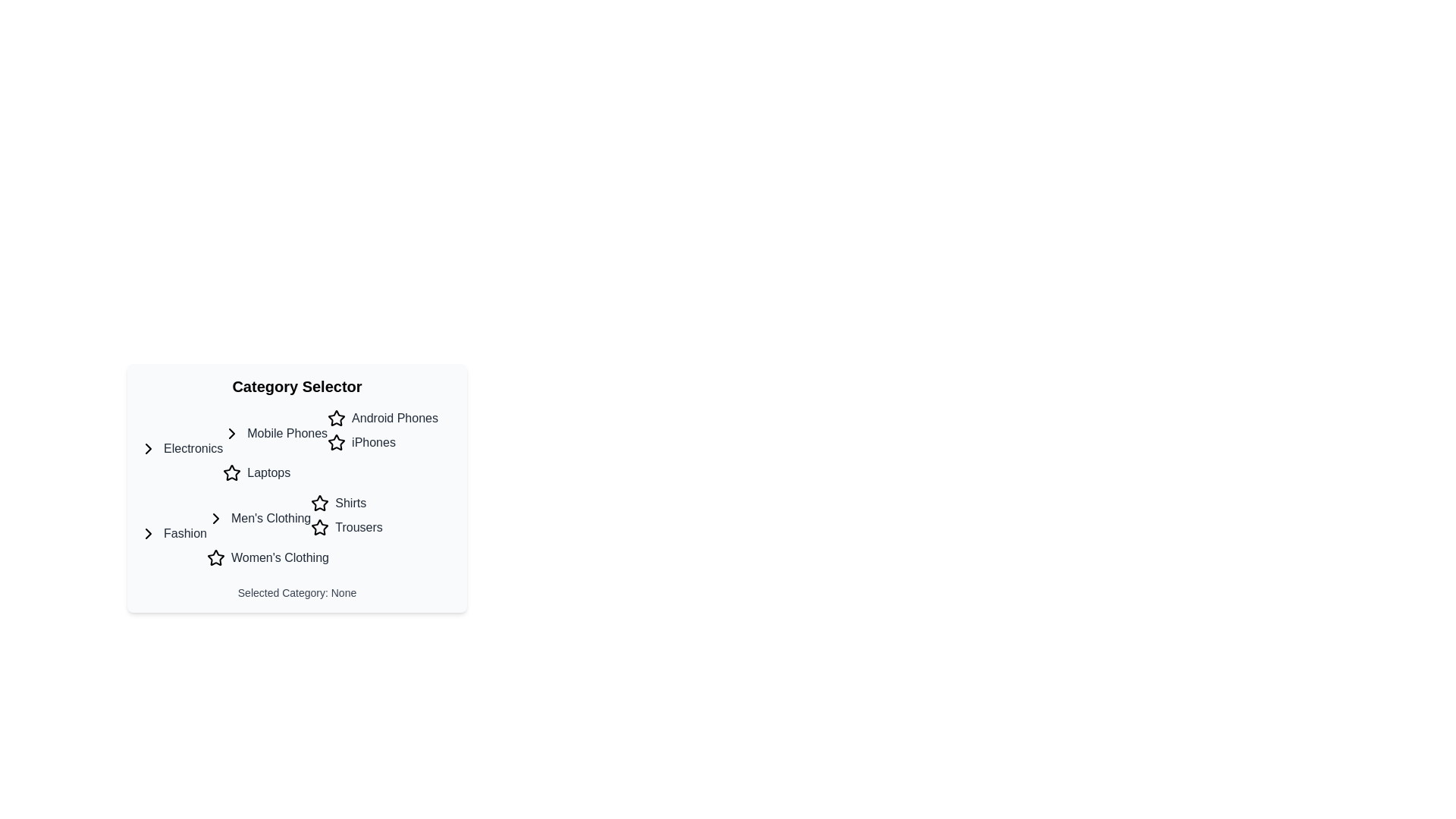 The image size is (1456, 819). What do you see at coordinates (319, 503) in the screenshot?
I see `the black outlined star icon located to the left of the 'Shirts' label in the 'Men's Clothing' category selector box` at bounding box center [319, 503].